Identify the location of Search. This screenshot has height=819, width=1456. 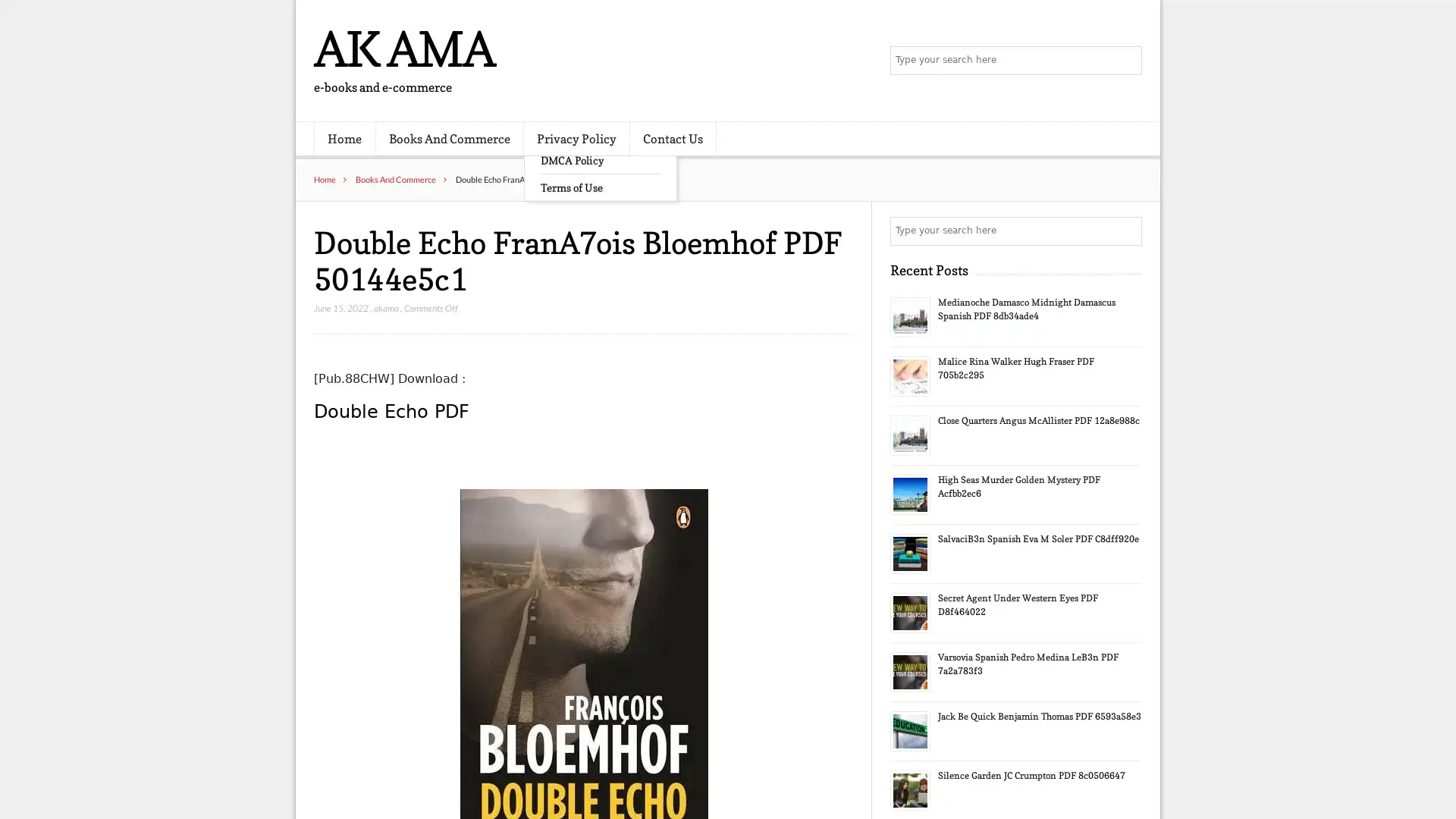
(1126, 61).